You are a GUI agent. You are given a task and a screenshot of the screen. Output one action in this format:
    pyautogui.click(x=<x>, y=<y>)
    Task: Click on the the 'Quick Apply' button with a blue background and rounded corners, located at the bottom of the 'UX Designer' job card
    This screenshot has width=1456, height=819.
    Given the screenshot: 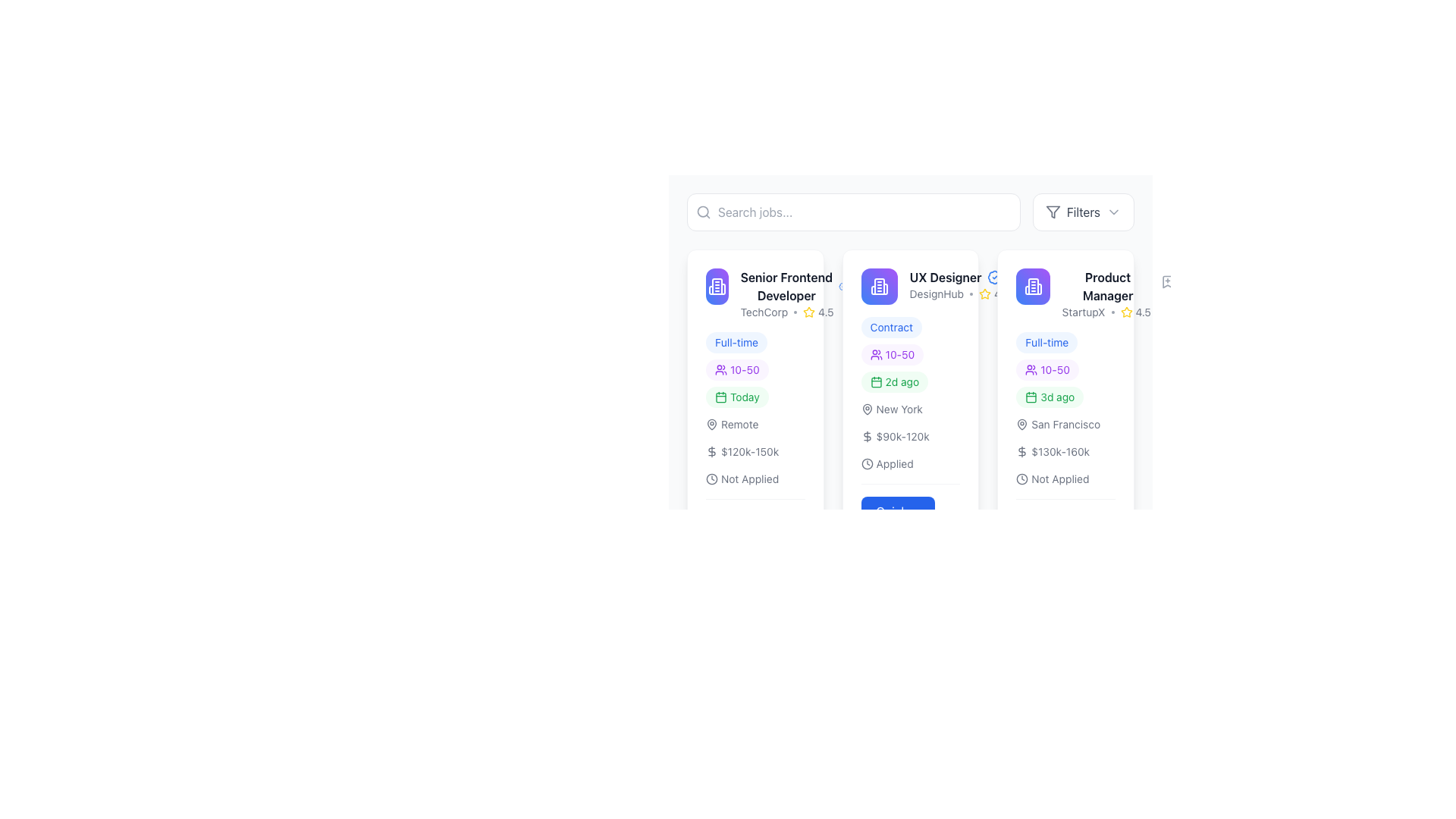 What is the action you would take?
    pyautogui.click(x=898, y=519)
    